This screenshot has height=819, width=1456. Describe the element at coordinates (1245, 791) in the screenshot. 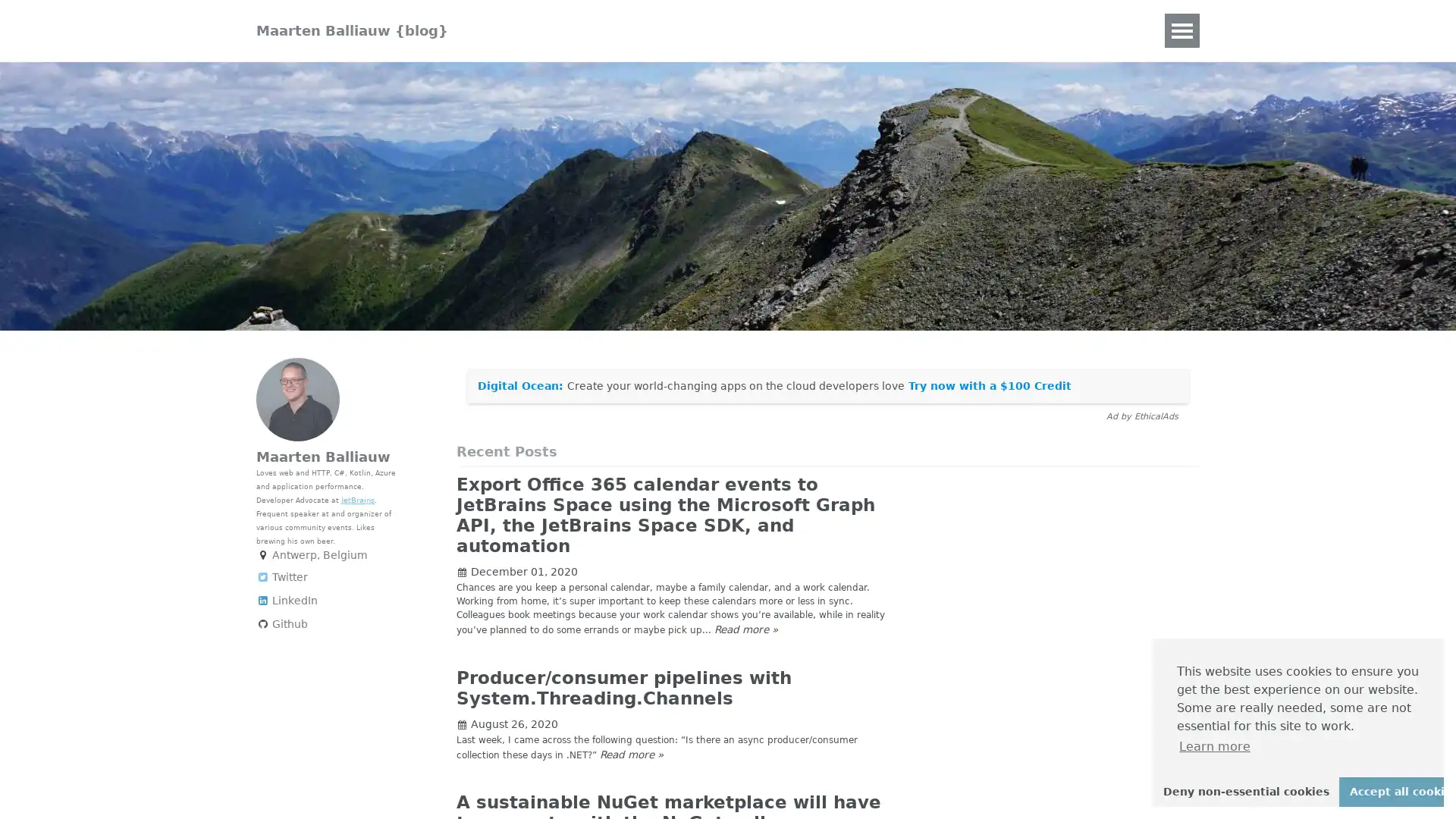

I see `deny cookies` at that location.